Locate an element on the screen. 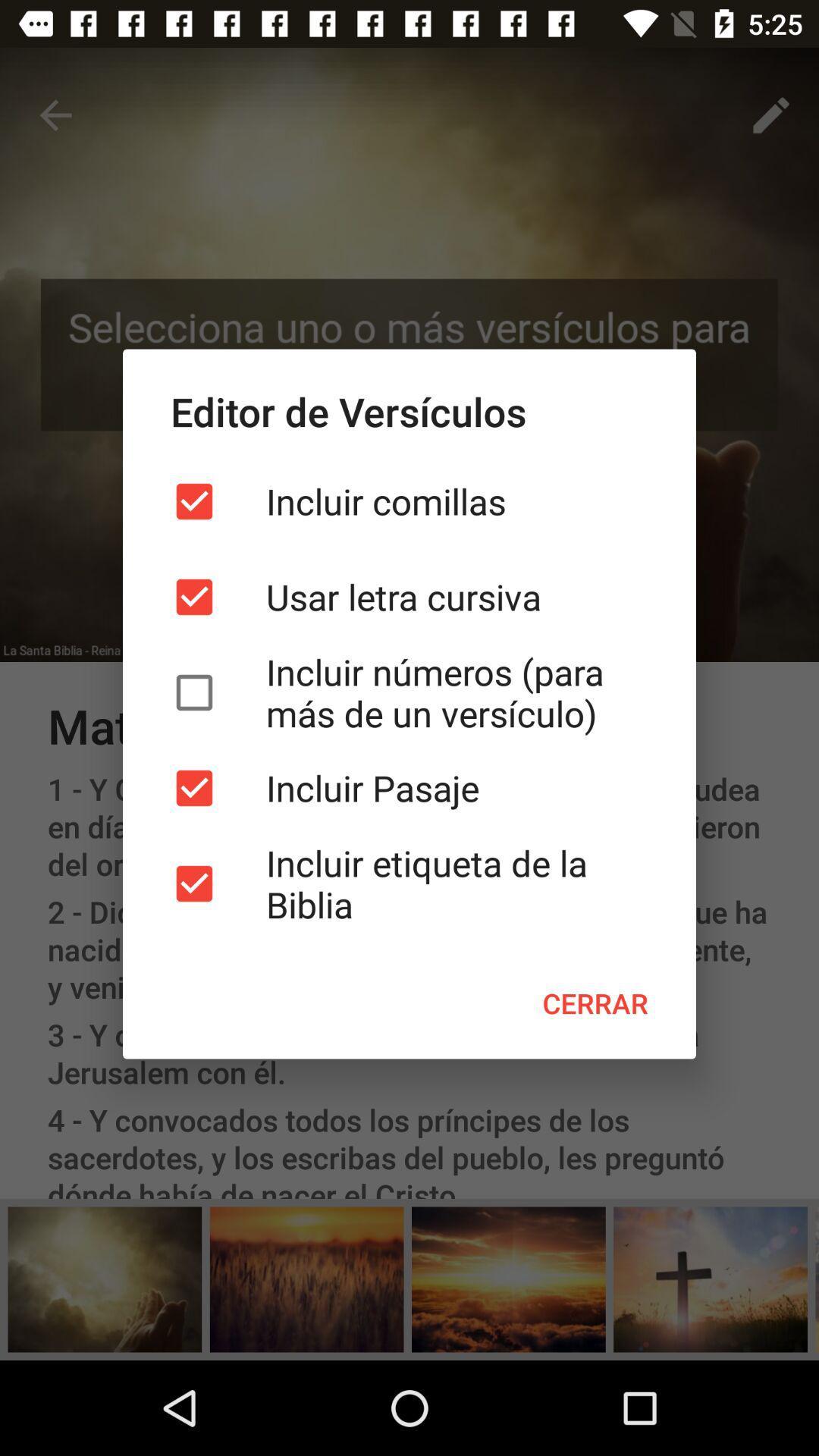 Image resolution: width=819 pixels, height=1456 pixels. incluir pasaje item is located at coordinates (409, 788).